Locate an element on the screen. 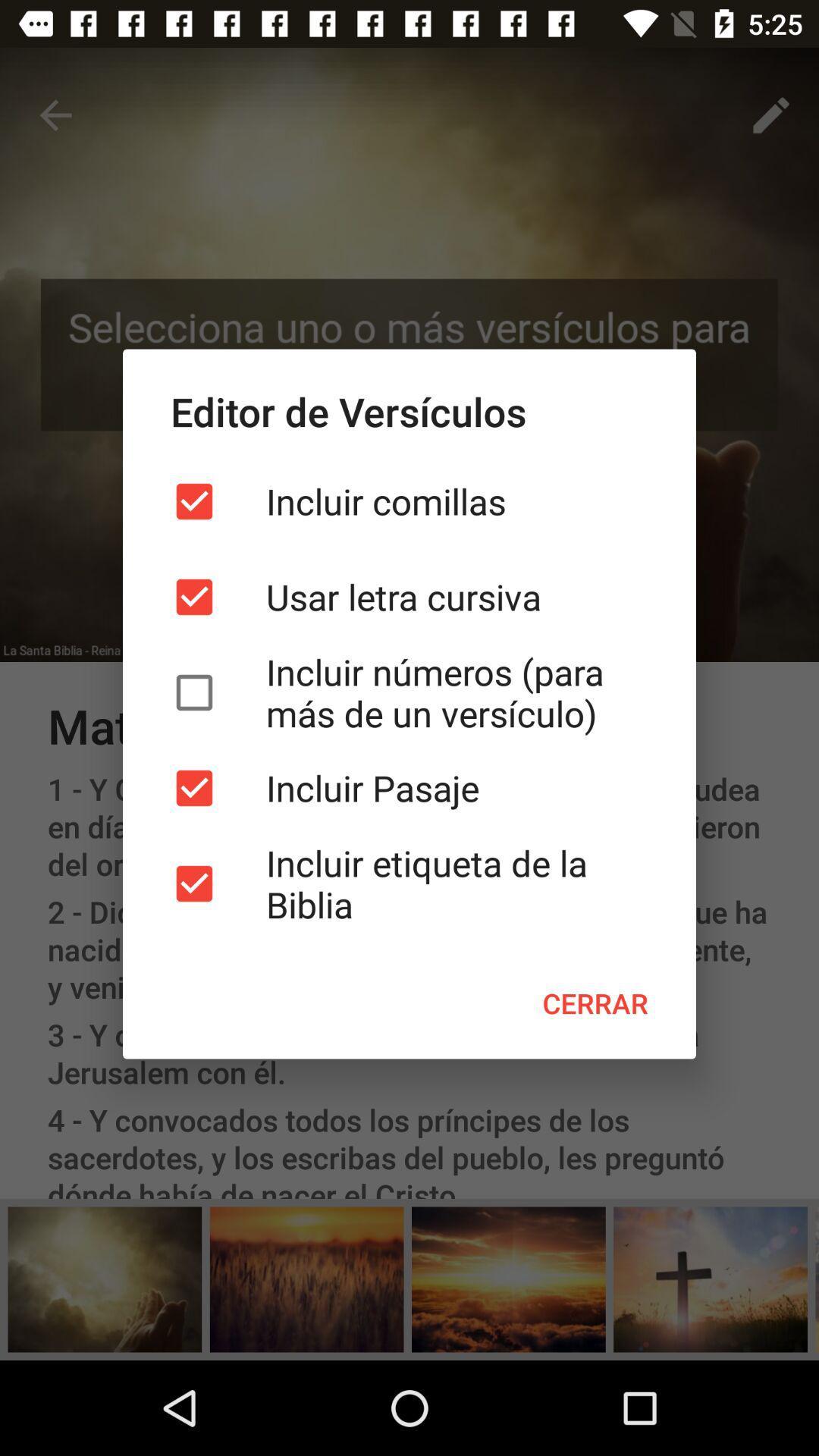 Image resolution: width=819 pixels, height=1456 pixels. incluir pasaje item is located at coordinates (409, 788).